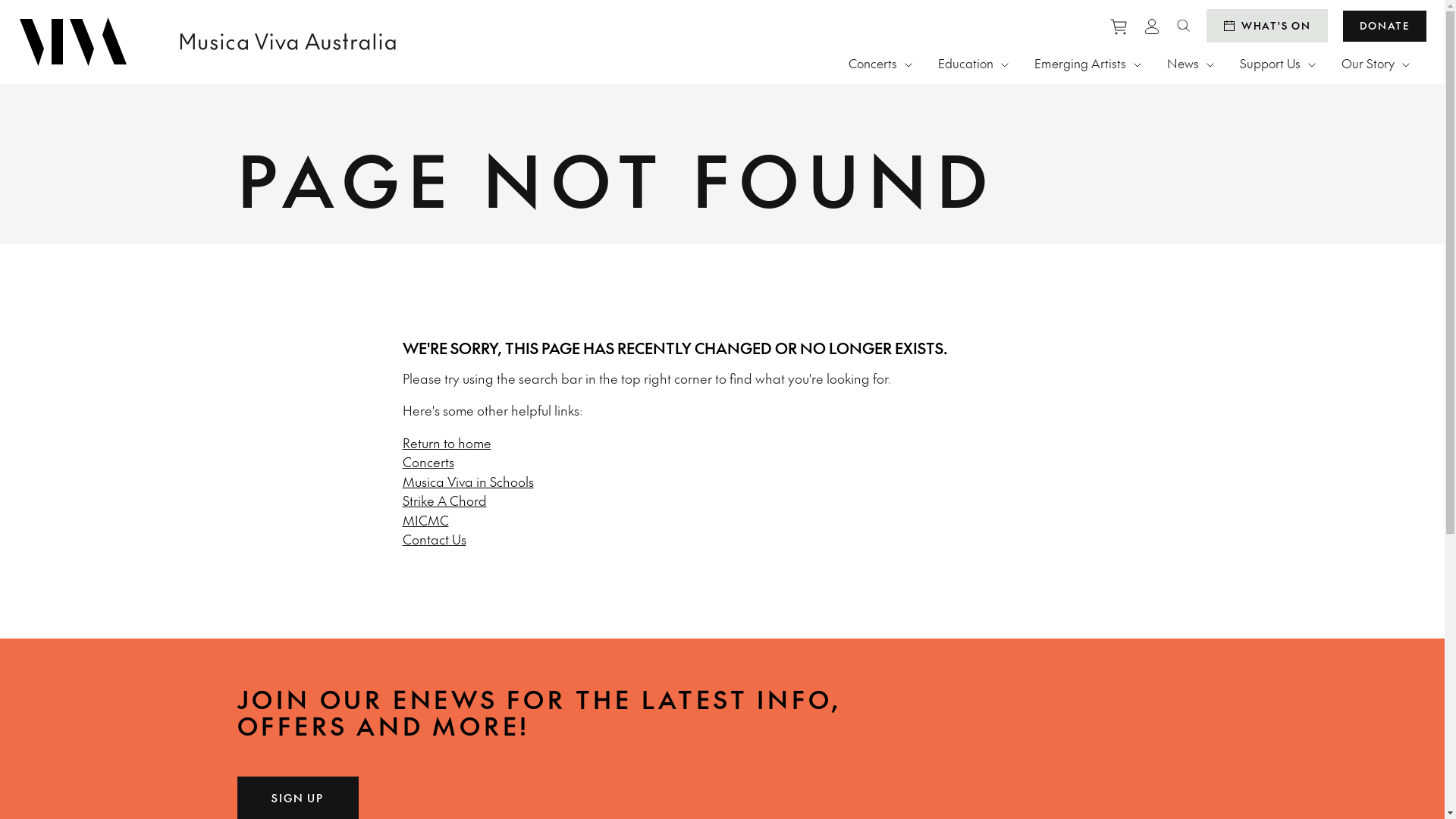 This screenshot has height=819, width=1456. What do you see at coordinates (973, 62) in the screenshot?
I see `'Education'` at bounding box center [973, 62].